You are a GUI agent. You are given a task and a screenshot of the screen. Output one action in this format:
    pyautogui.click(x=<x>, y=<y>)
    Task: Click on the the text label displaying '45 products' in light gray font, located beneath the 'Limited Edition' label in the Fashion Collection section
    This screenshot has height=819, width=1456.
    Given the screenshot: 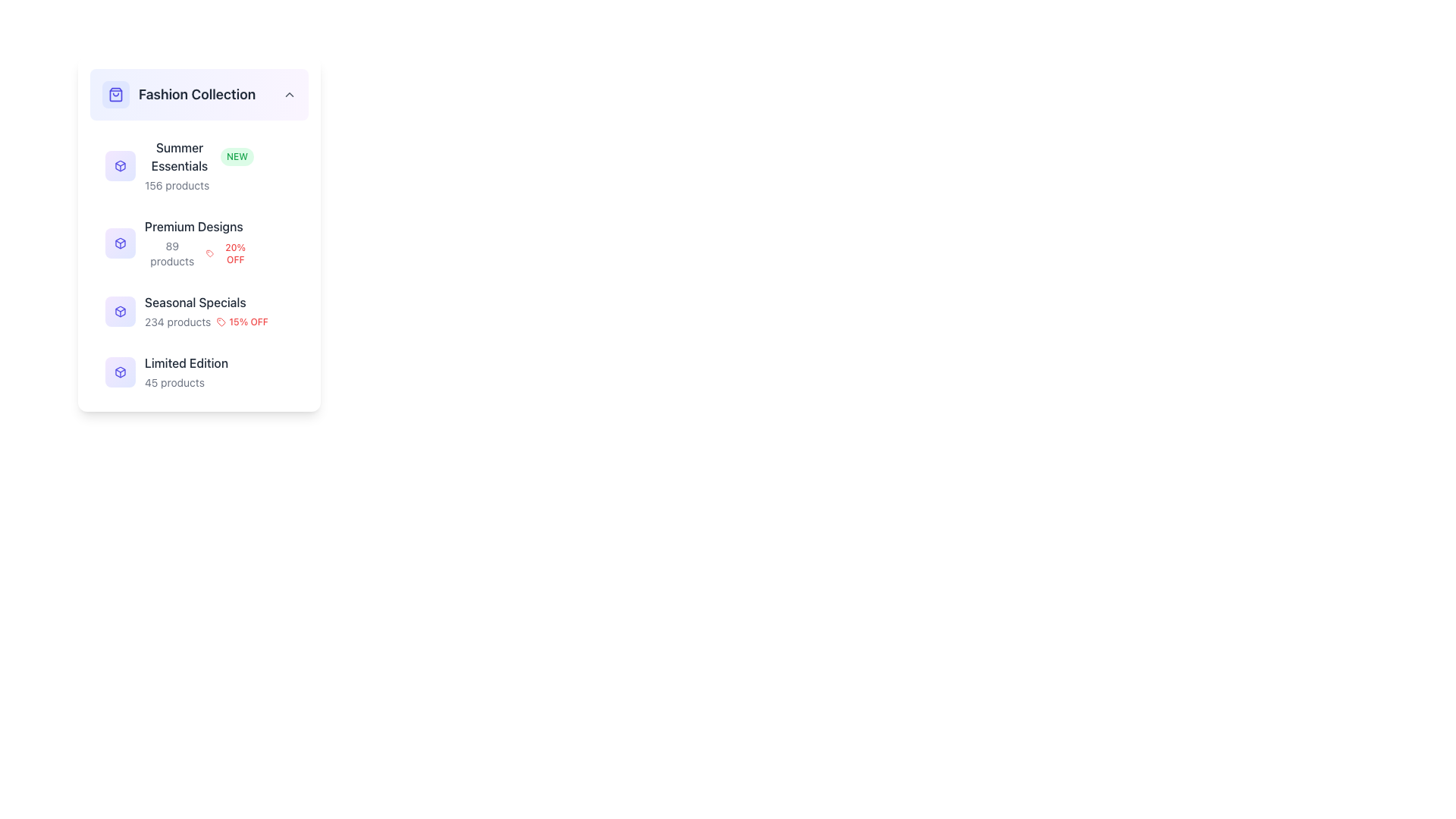 What is the action you would take?
    pyautogui.click(x=199, y=382)
    